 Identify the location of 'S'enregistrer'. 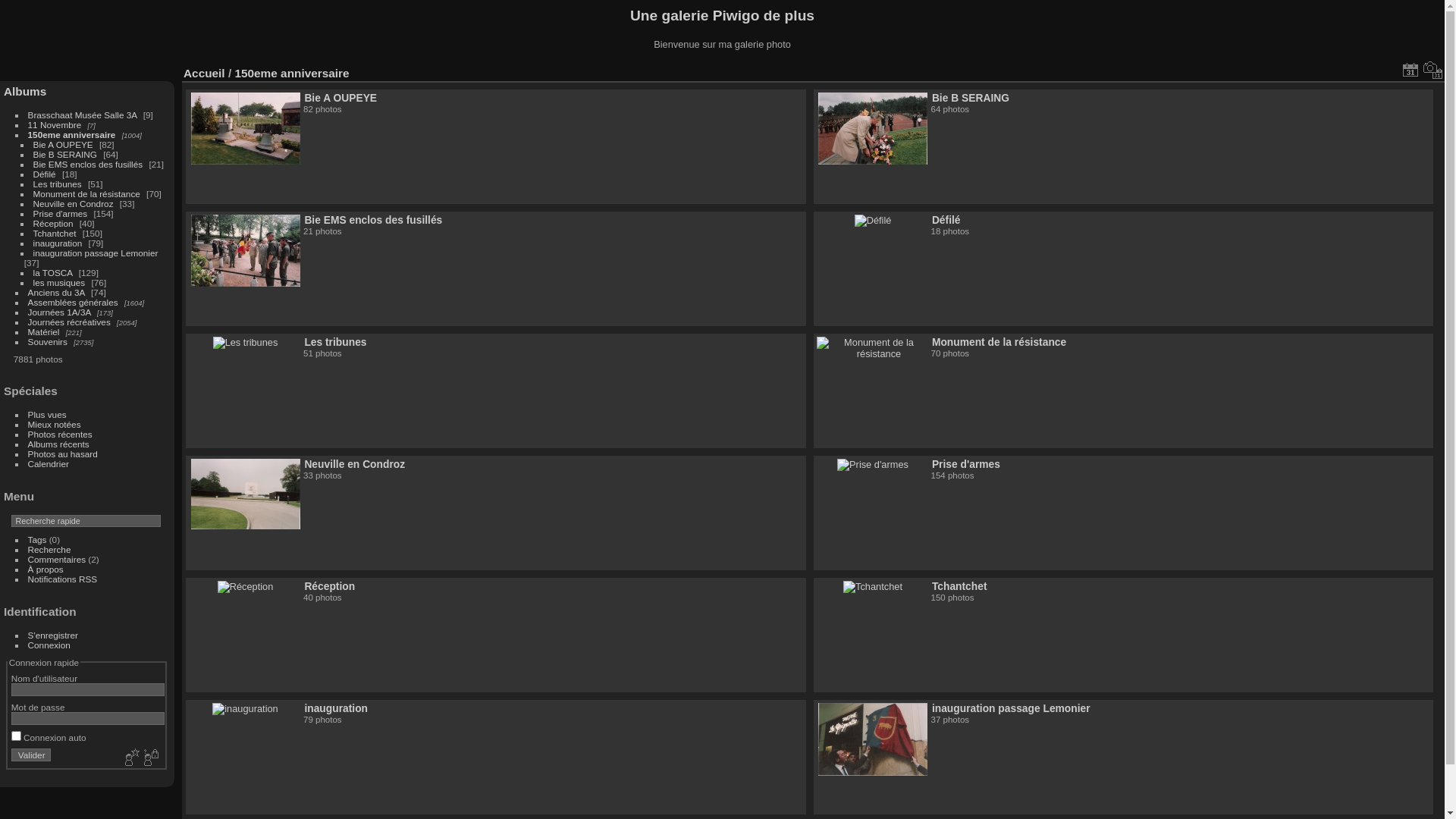
(53, 635).